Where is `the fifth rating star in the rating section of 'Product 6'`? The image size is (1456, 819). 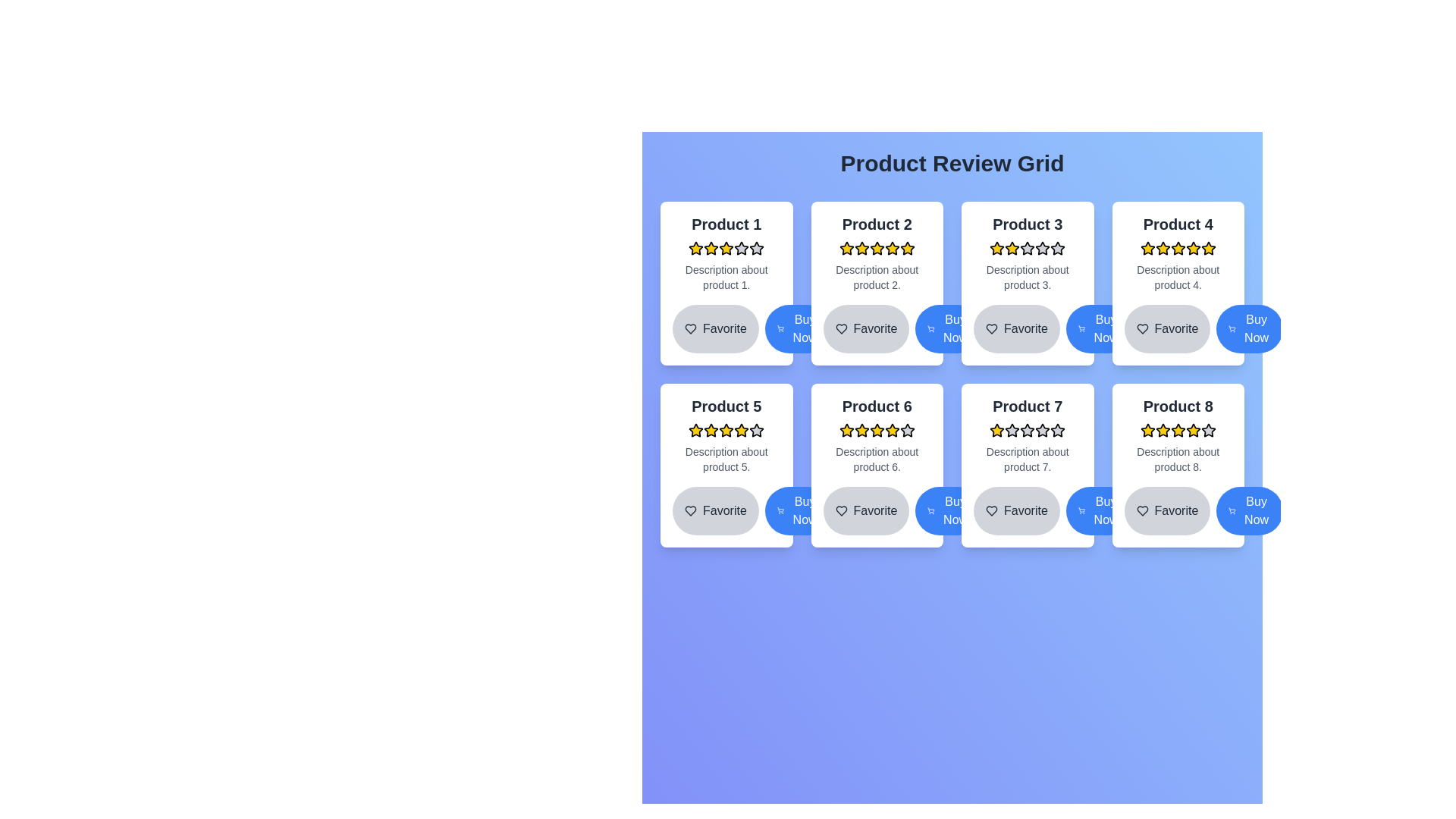
the fifth rating star in the rating section of 'Product 6' is located at coordinates (892, 430).